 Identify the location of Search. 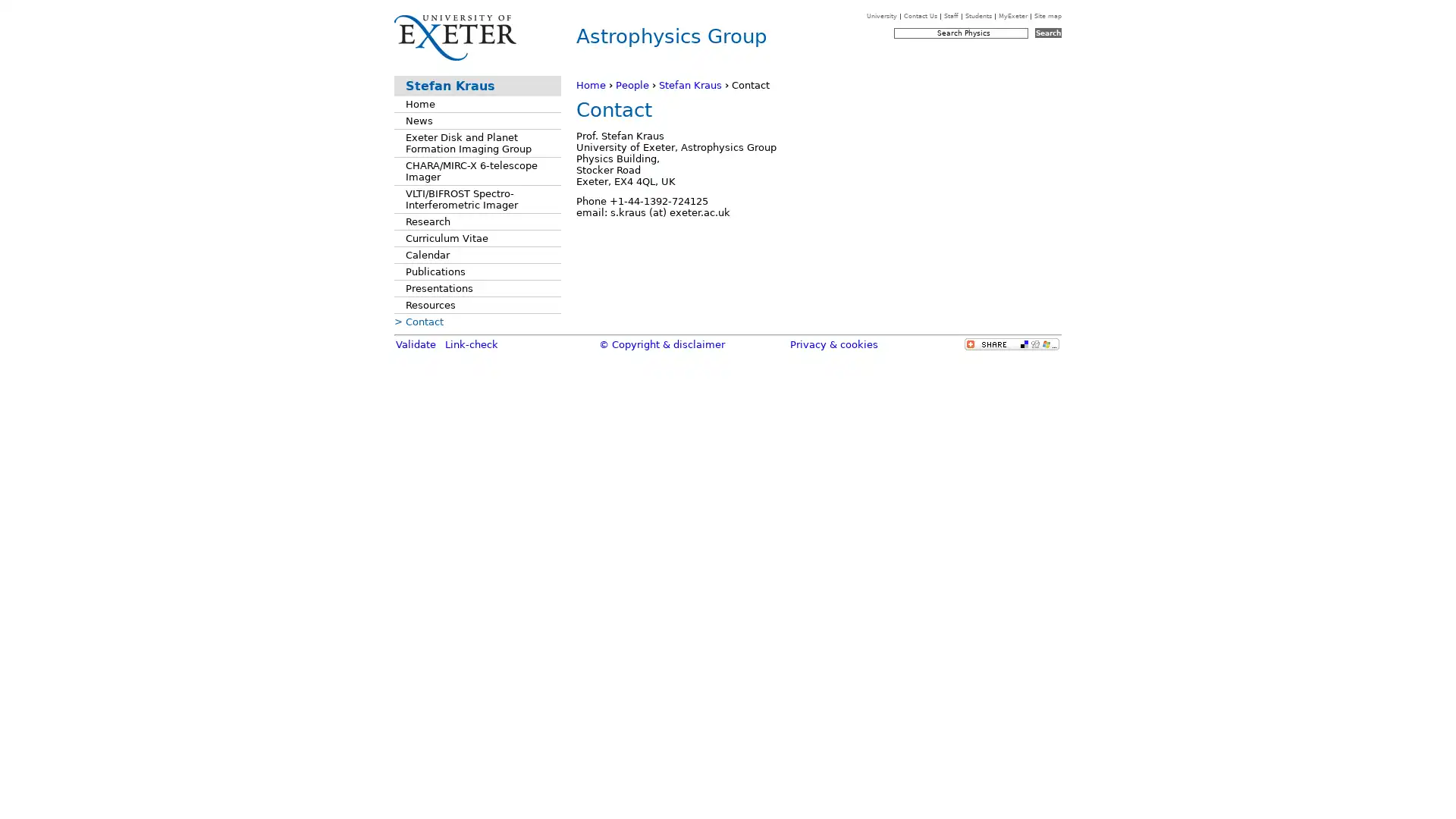
(1047, 33).